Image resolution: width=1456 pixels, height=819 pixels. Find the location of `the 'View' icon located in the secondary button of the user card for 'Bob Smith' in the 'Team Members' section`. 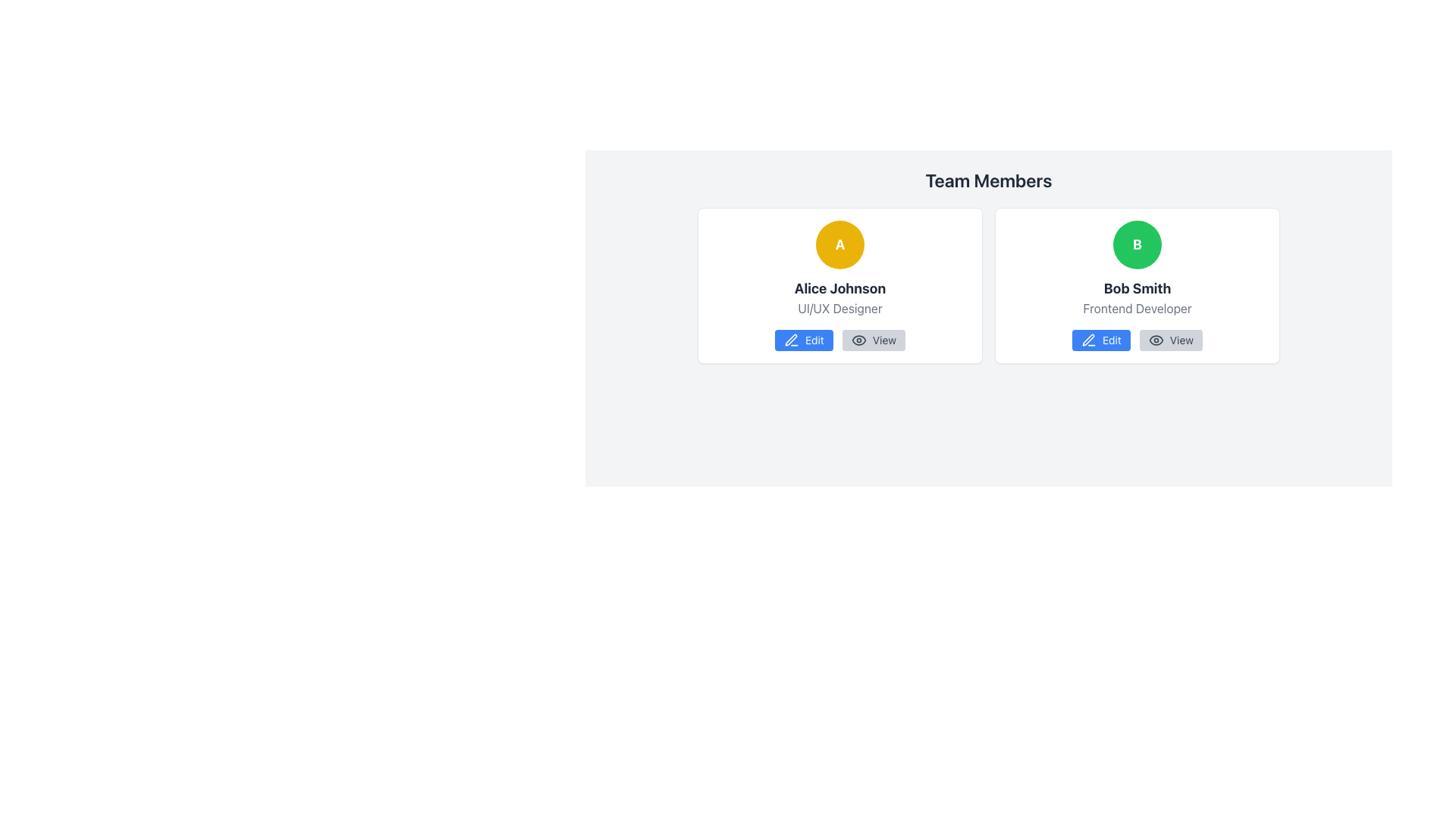

the 'View' icon located in the secondary button of the user card for 'Bob Smith' in the 'Team Members' section is located at coordinates (1155, 339).